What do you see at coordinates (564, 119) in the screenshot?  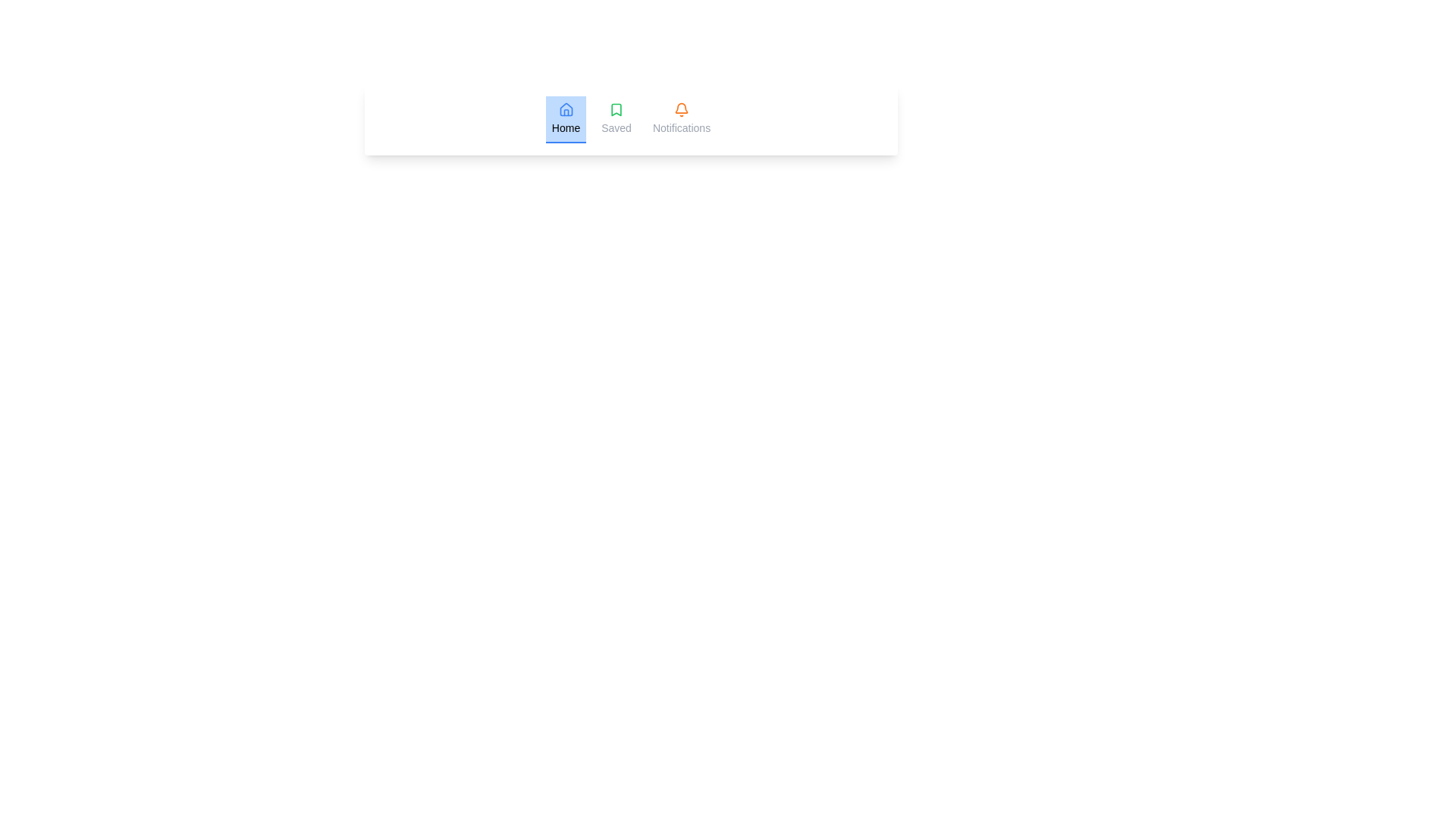 I see `the category Home by clicking on its name or icon` at bounding box center [564, 119].